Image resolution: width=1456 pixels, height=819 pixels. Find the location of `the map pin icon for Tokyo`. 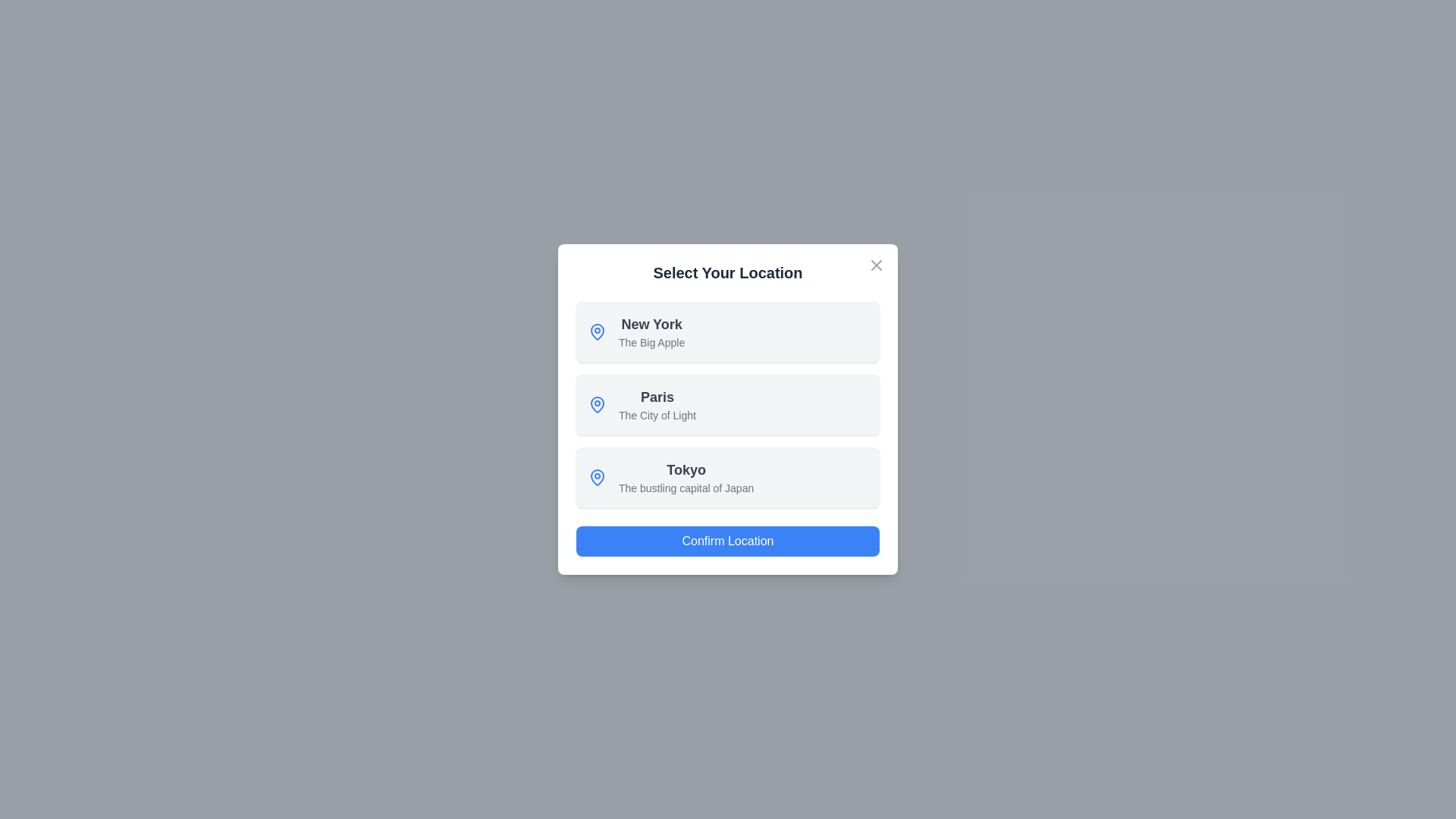

the map pin icon for Tokyo is located at coordinates (596, 476).